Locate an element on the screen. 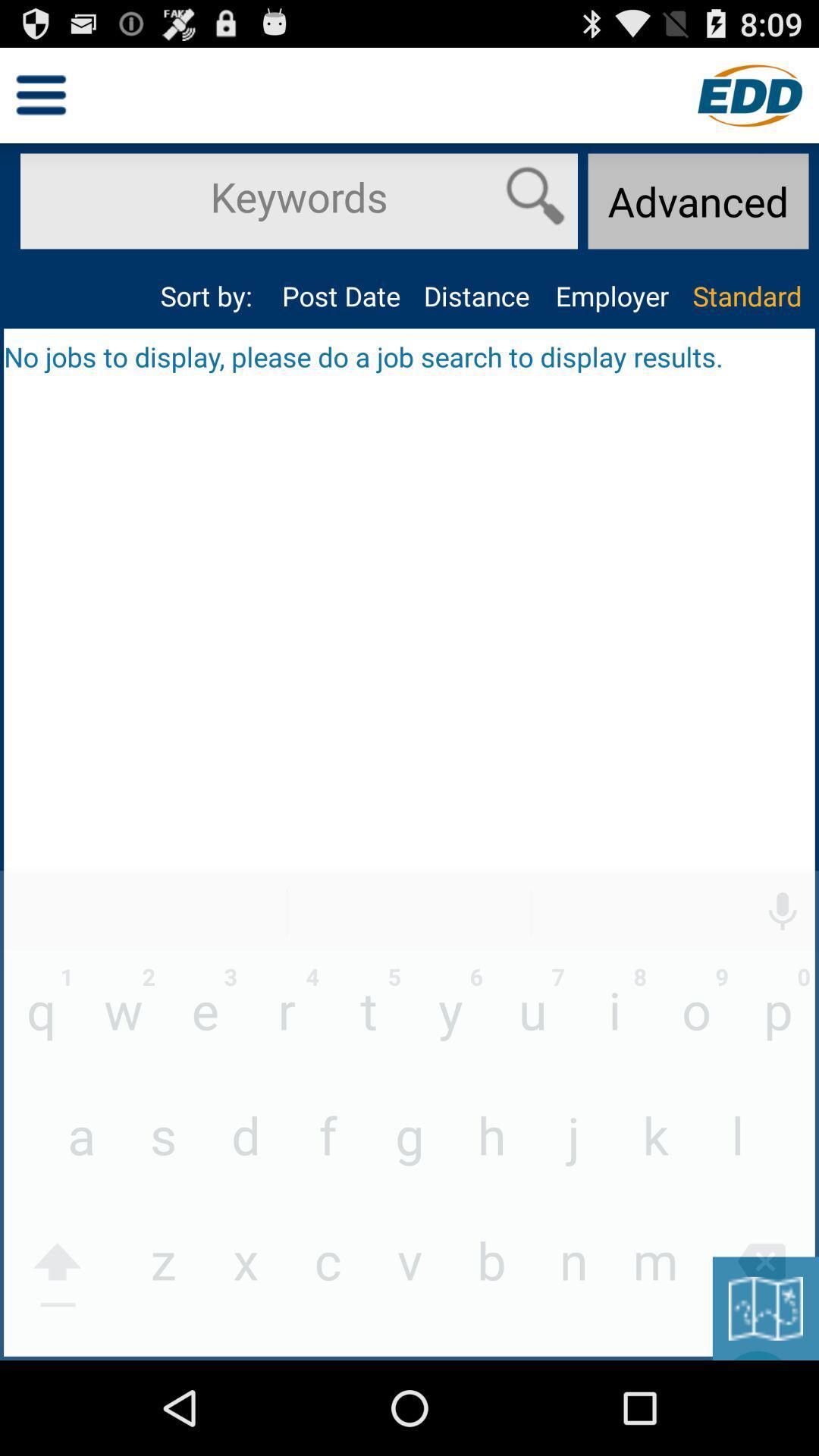 This screenshot has width=819, height=1456. the search icon is located at coordinates (535, 209).